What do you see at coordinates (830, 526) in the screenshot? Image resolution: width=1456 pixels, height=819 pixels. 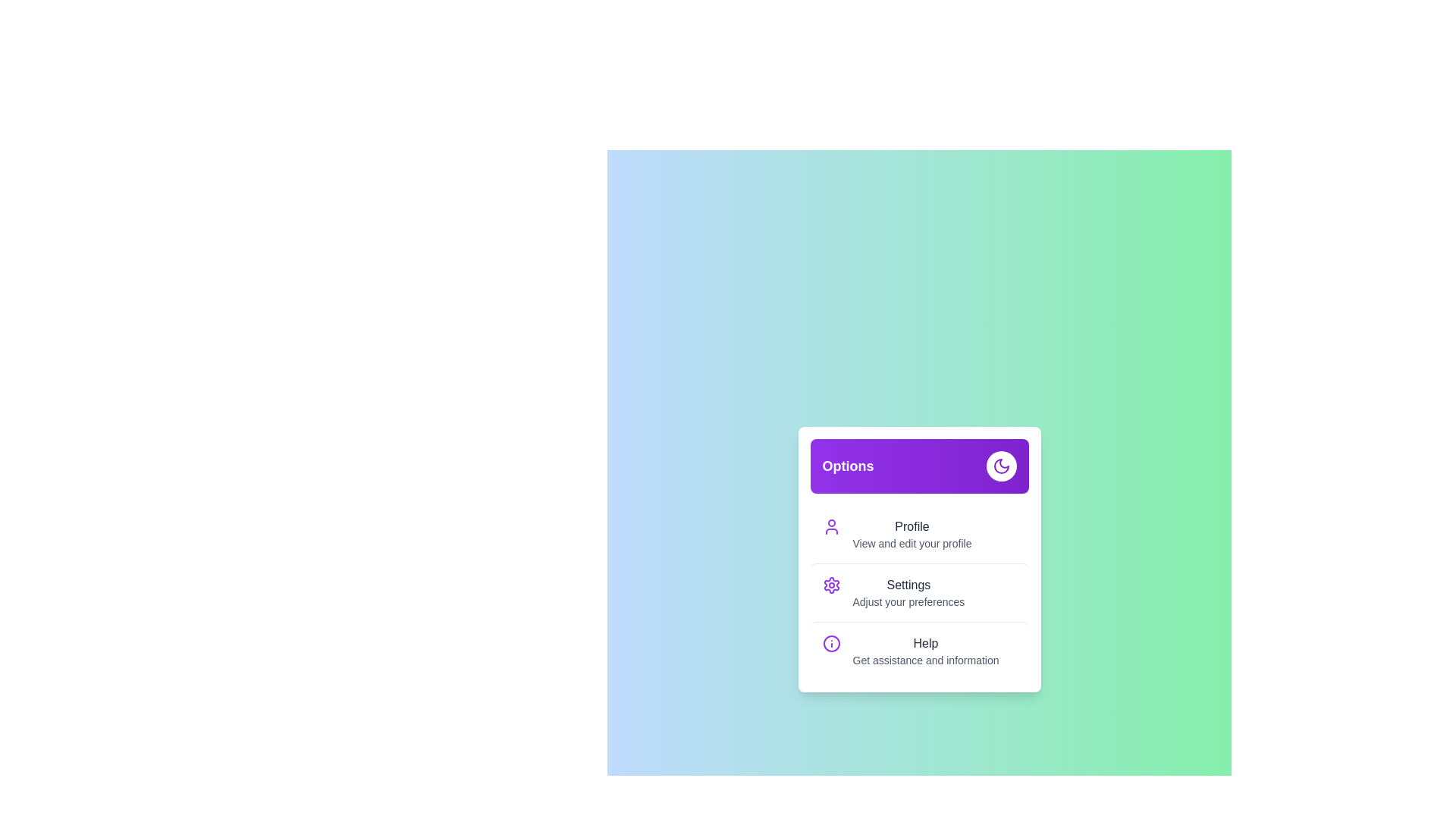 I see `the icon for Profile in the menu` at bounding box center [830, 526].